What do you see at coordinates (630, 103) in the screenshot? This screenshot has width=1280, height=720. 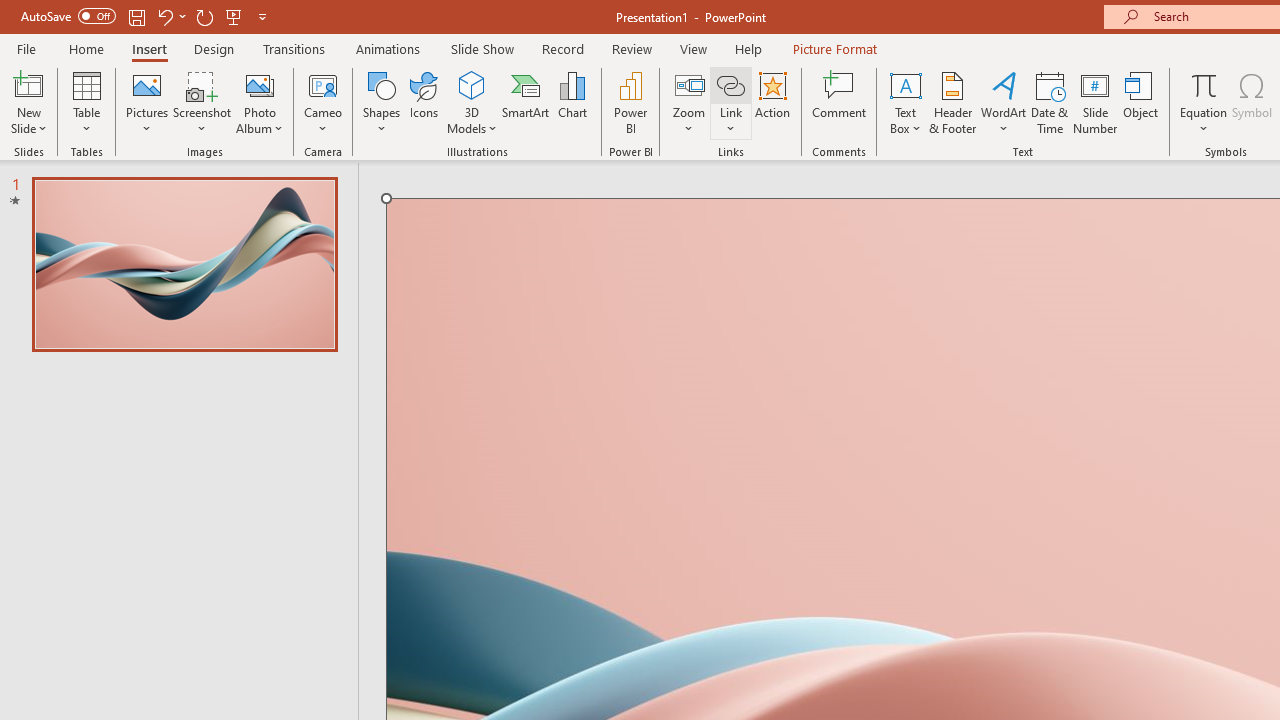 I see `'Power BI'` at bounding box center [630, 103].